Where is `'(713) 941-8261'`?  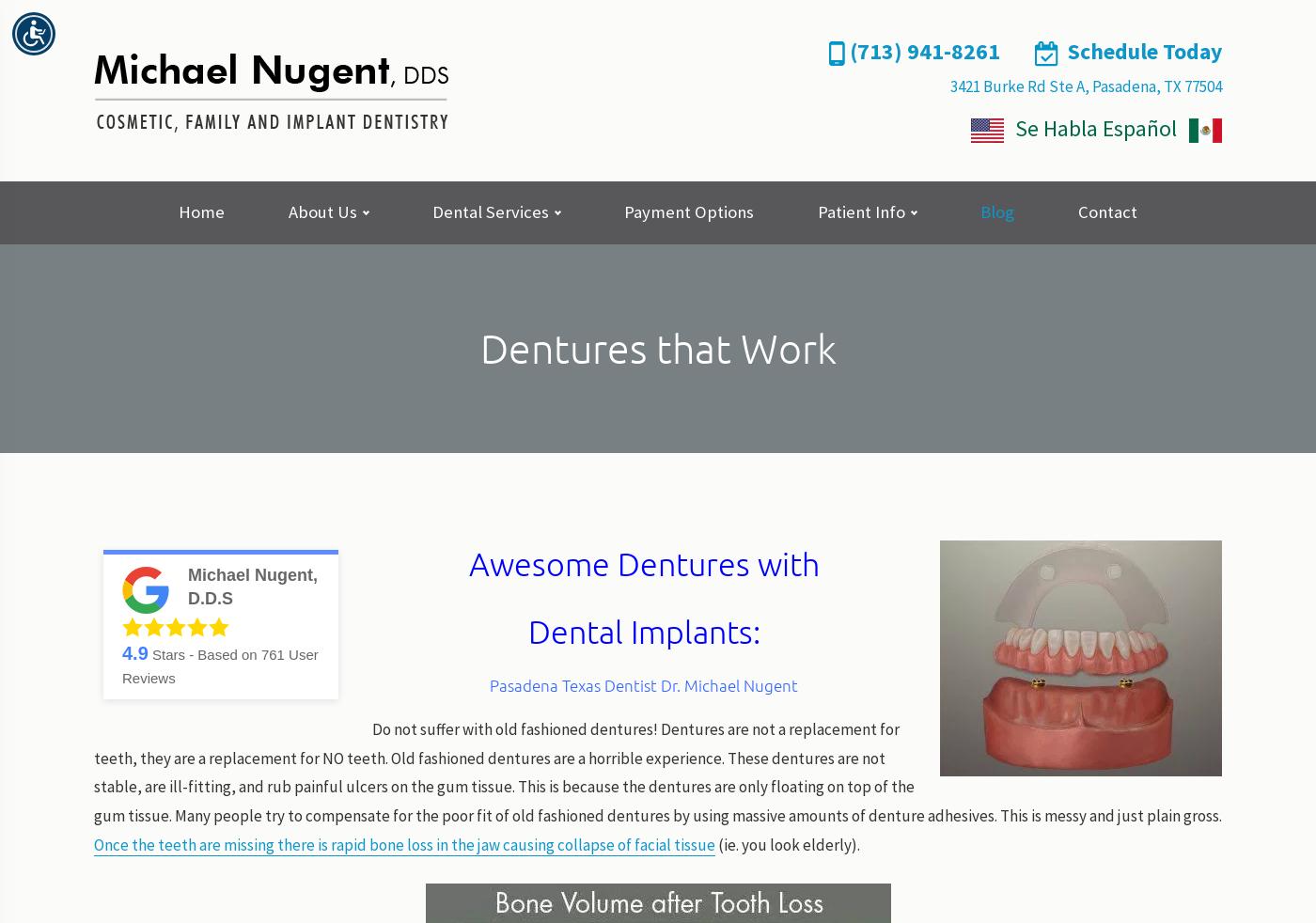
'(713) 941-8261' is located at coordinates (925, 50).